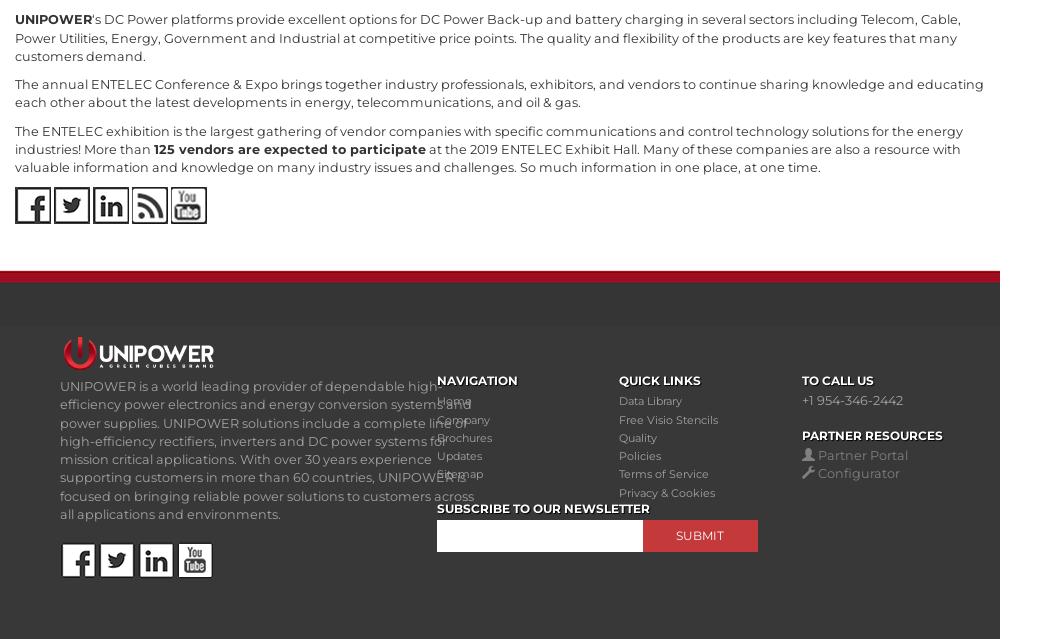 The image size is (1055, 639). Describe the element at coordinates (478, 379) in the screenshot. I see `'Navigation'` at that location.